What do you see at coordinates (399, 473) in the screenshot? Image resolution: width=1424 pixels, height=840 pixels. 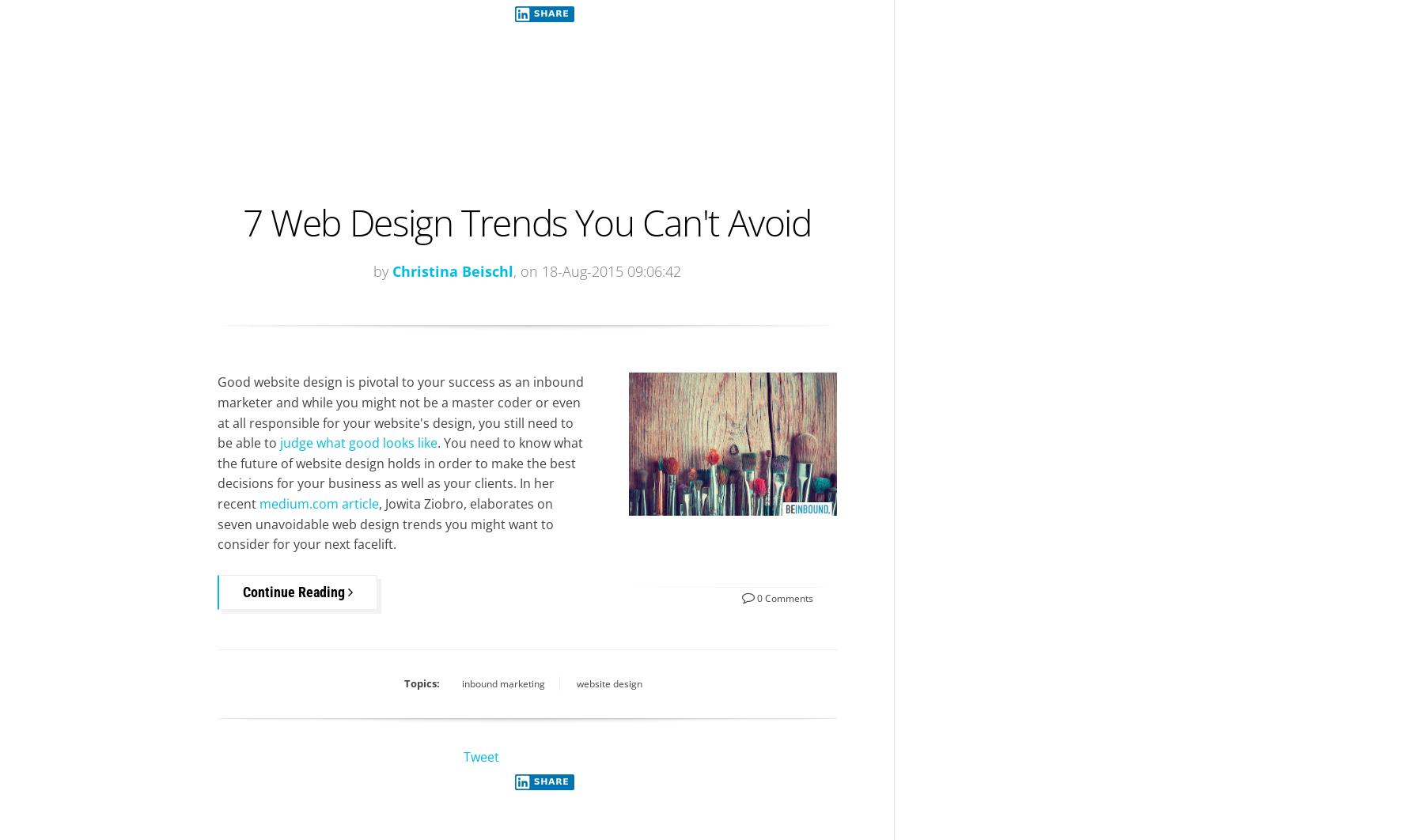 I see `'. You need to know what the future of website design holds in order to make the best decisions for your business as well as your clients. In her recent'` at bounding box center [399, 473].